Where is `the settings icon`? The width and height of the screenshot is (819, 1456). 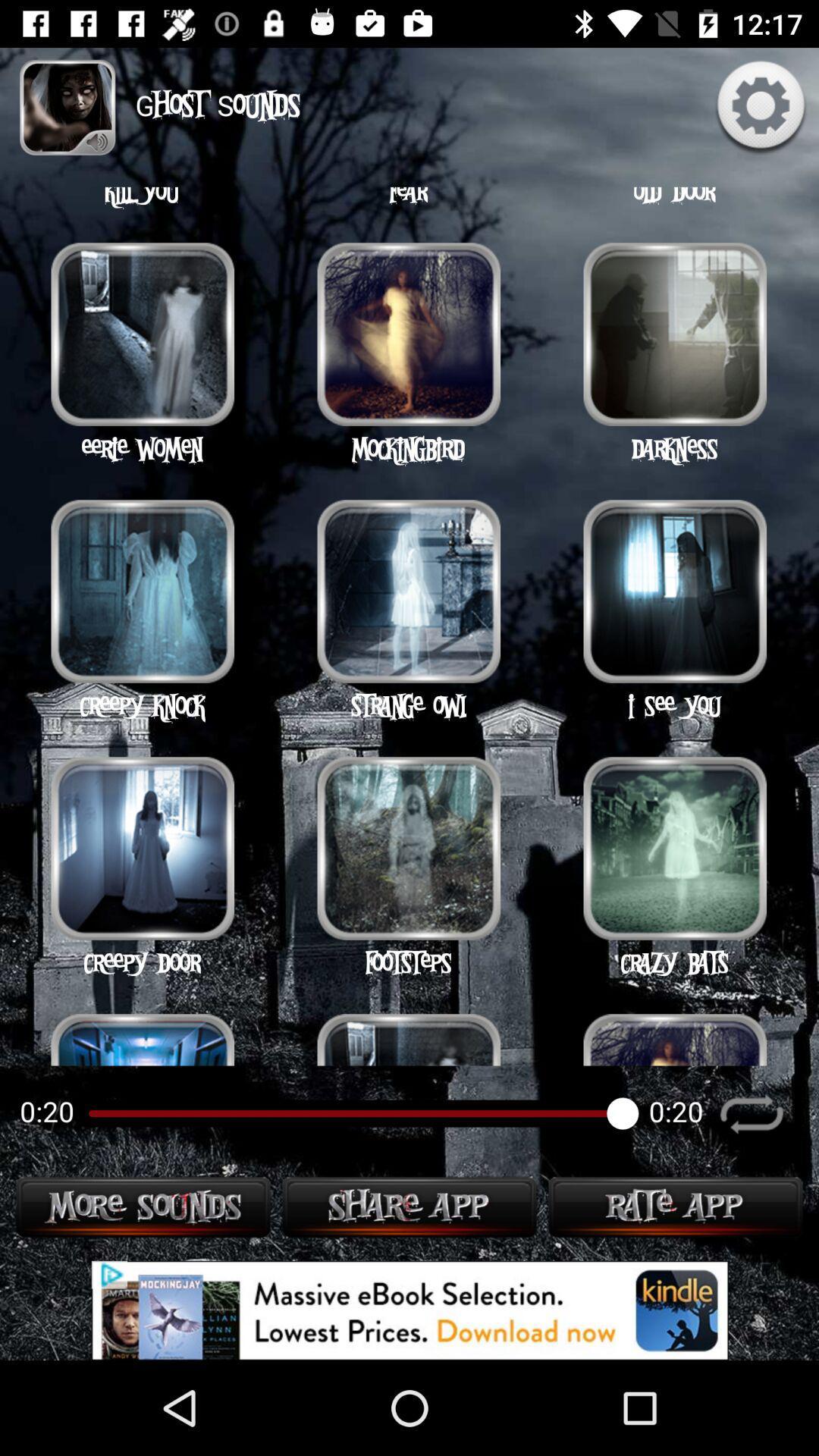
the settings icon is located at coordinates (761, 106).